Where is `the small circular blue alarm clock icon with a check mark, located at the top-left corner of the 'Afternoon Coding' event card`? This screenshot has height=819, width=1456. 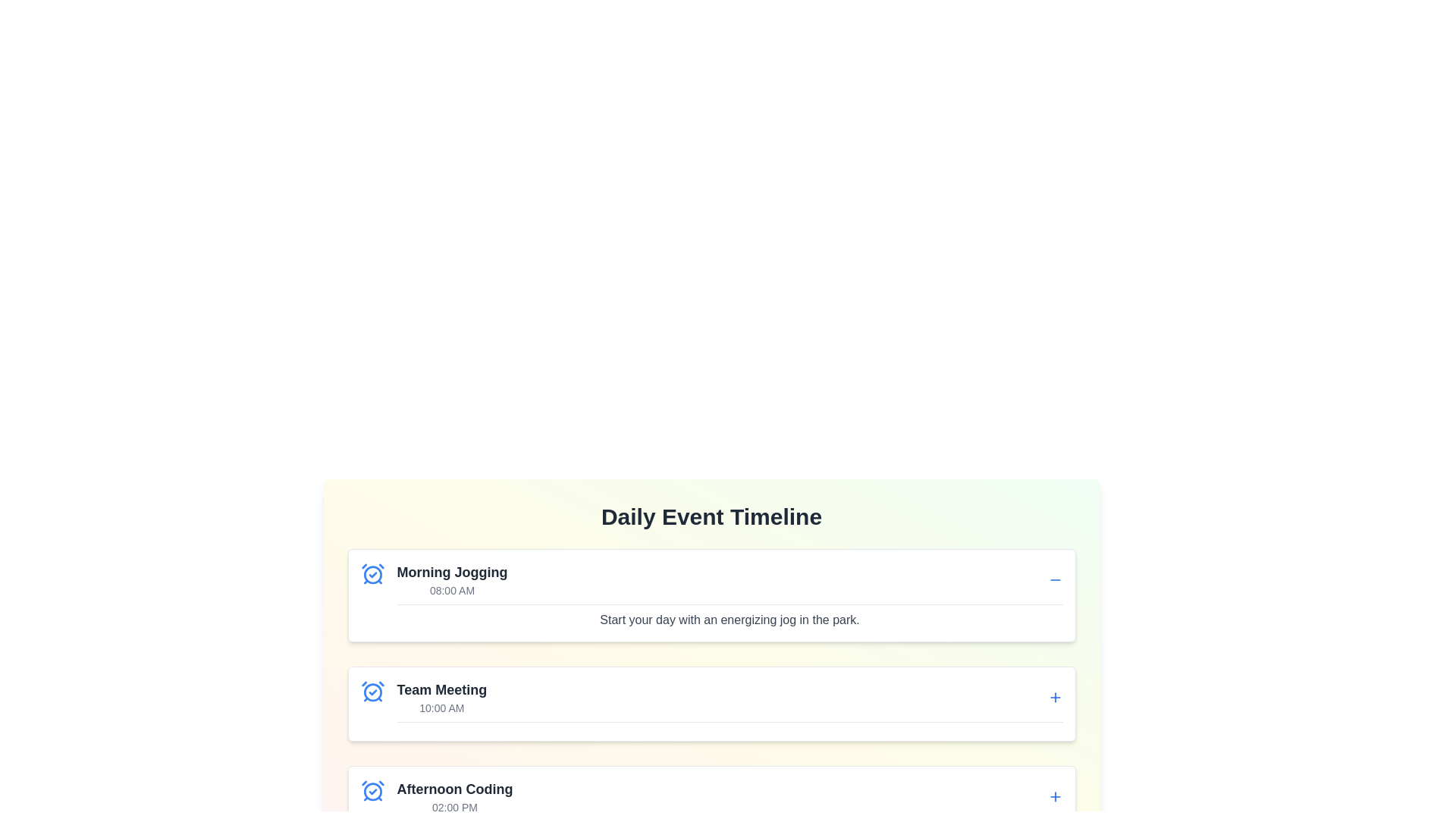 the small circular blue alarm clock icon with a check mark, located at the top-left corner of the 'Afternoon Coding' event card is located at coordinates (372, 789).